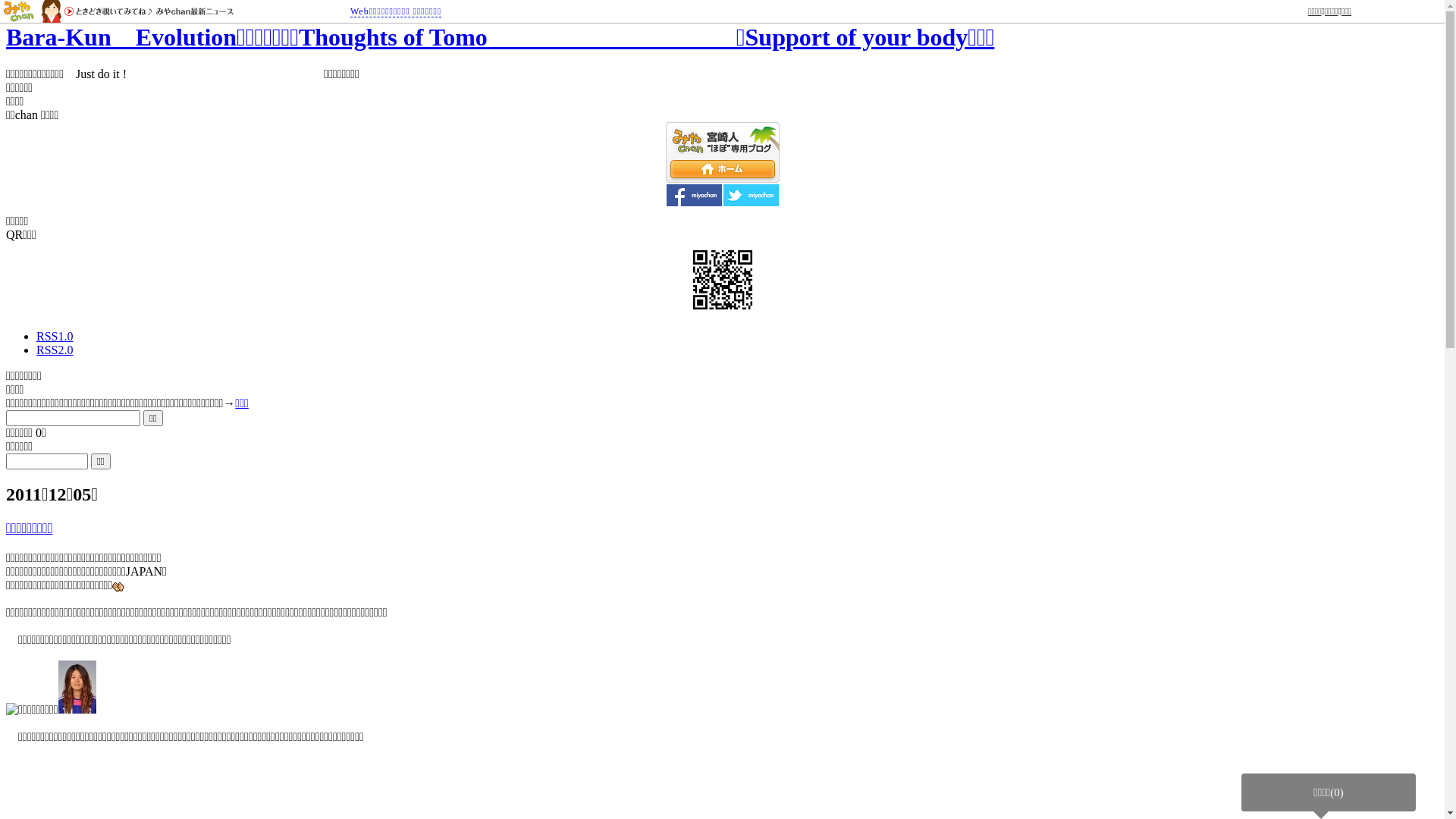 Image resolution: width=1456 pixels, height=819 pixels. Describe the element at coordinates (36, 335) in the screenshot. I see `'RSS1.0'` at that location.